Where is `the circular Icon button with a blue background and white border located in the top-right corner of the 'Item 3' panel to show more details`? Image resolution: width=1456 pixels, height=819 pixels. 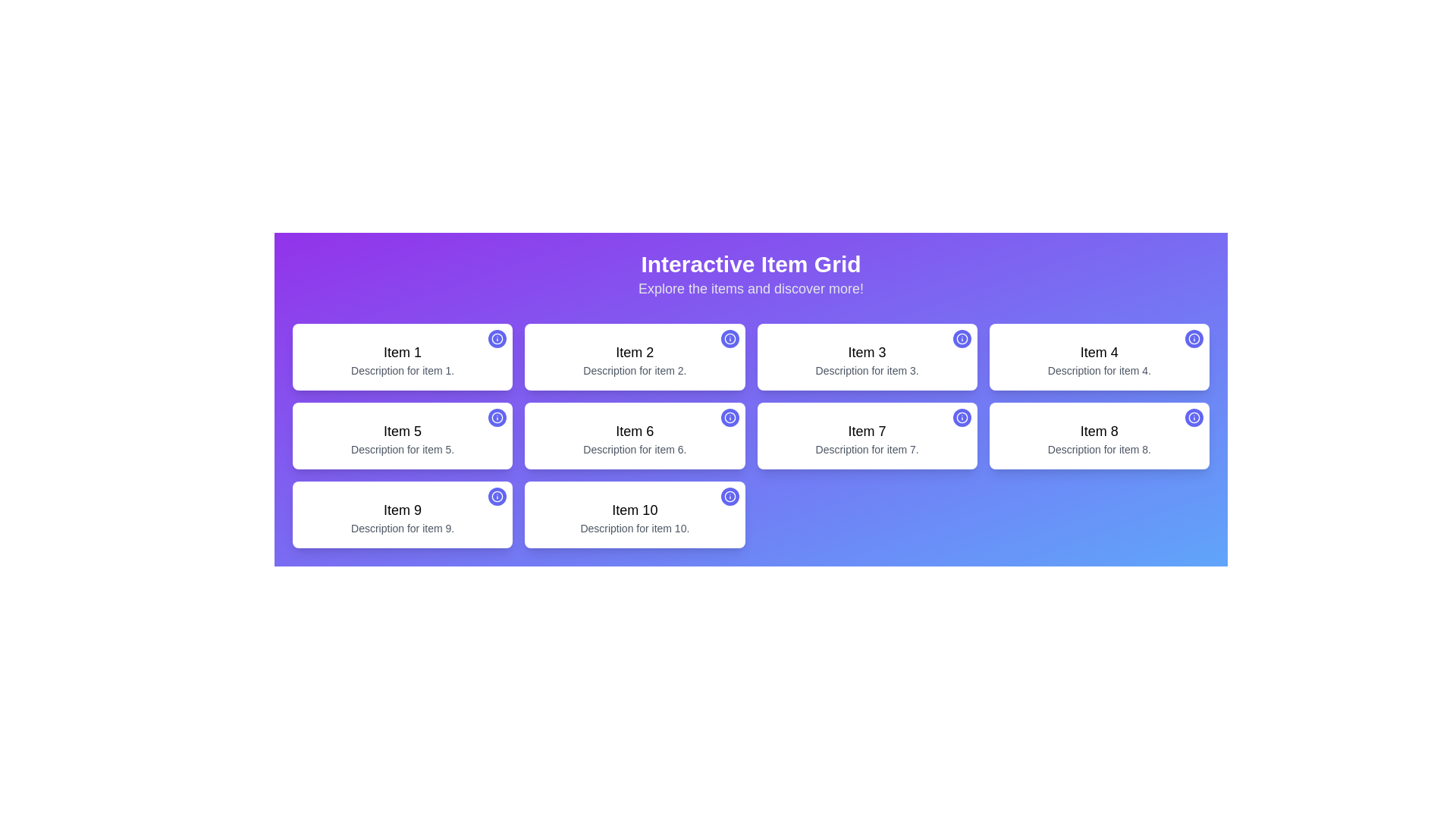
the circular Icon button with a blue background and white border located in the top-right corner of the 'Item 3' panel to show more details is located at coordinates (961, 338).